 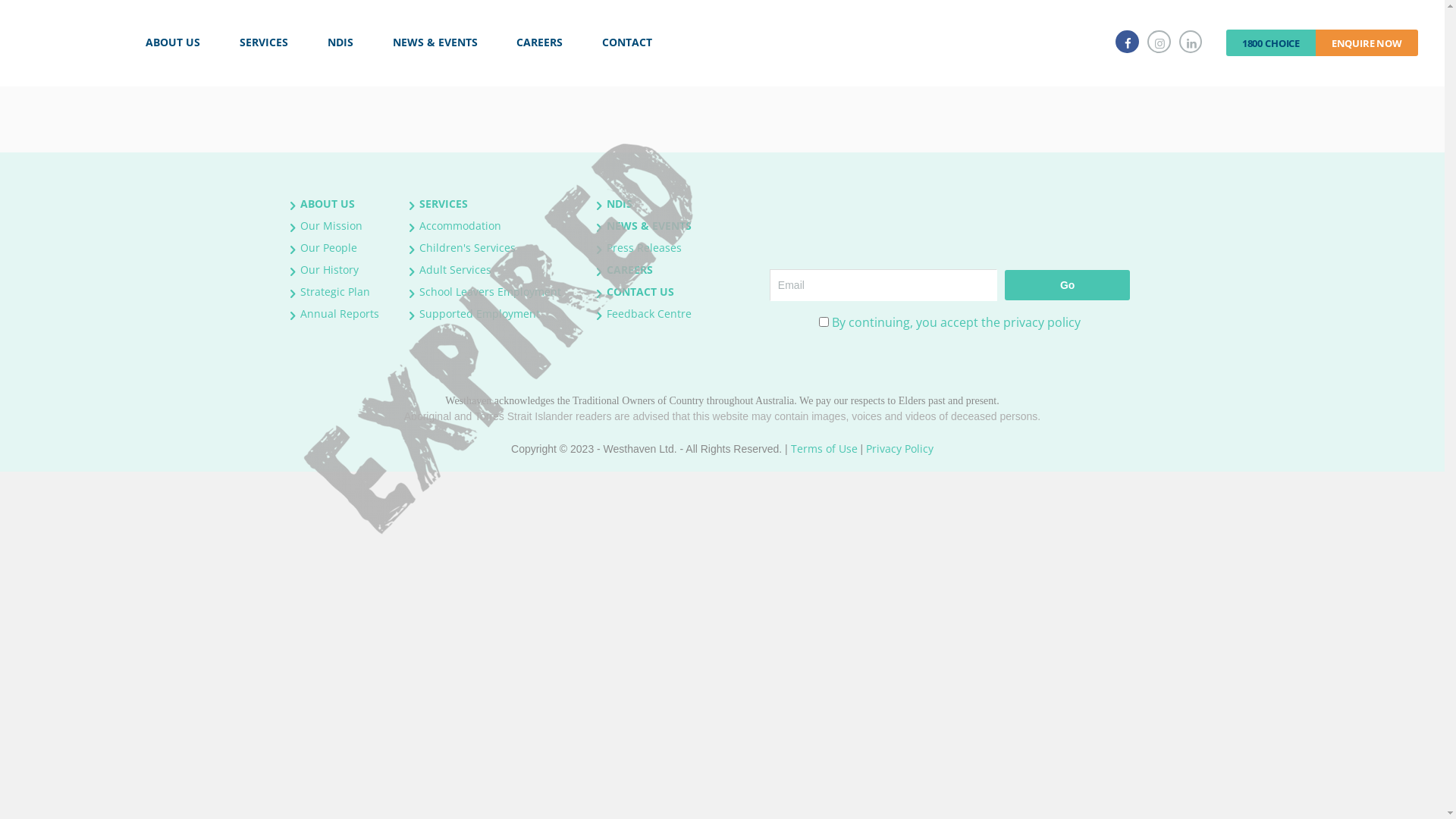 I want to click on 'SERVICES', so click(x=443, y=202).